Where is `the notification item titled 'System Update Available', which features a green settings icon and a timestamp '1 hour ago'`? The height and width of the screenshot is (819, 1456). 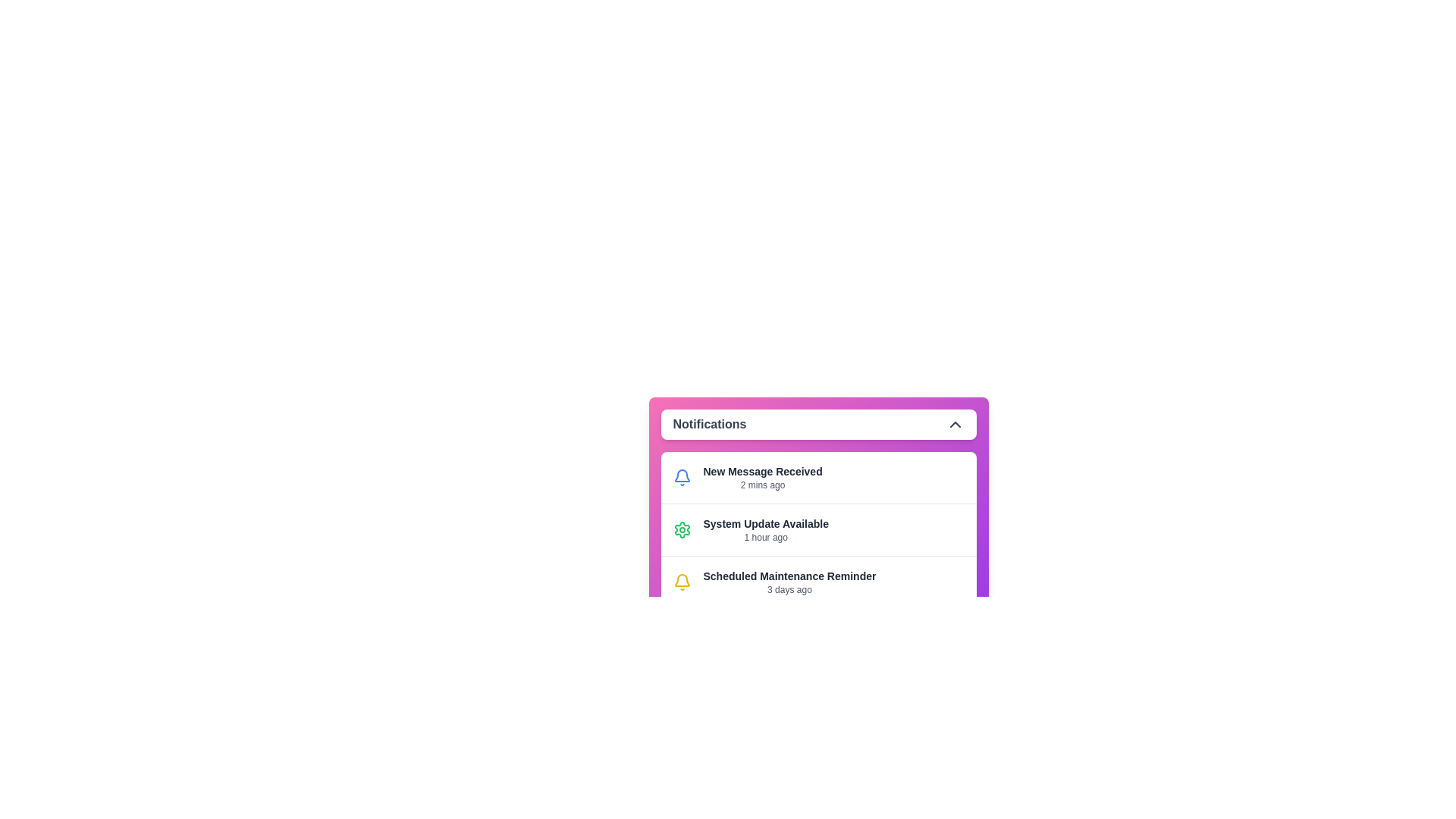 the notification item titled 'System Update Available', which features a green settings icon and a timestamp '1 hour ago' is located at coordinates (817, 529).